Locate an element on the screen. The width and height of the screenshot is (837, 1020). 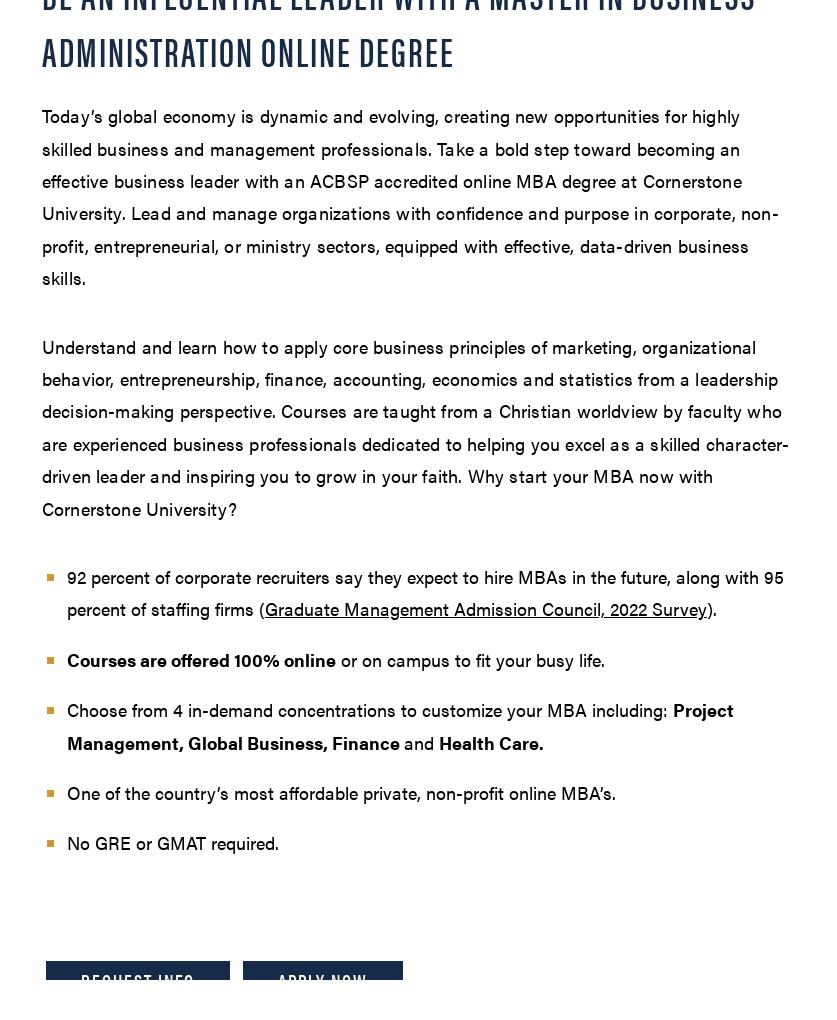
'Understand and learn how to apply core business principles of marketing, organizational behavior, entrepreneurship, finance, accounting, economics and statistics from a leadership decision-making perspective. Courses are taught from a Christian worldview by faculty who are experienced business professionals dedicated to helping you excel as a skilled character-driven leader and inspiring you to grow in your faith. Why start your MBA now with Cornerstone University?' is located at coordinates (414, 425).